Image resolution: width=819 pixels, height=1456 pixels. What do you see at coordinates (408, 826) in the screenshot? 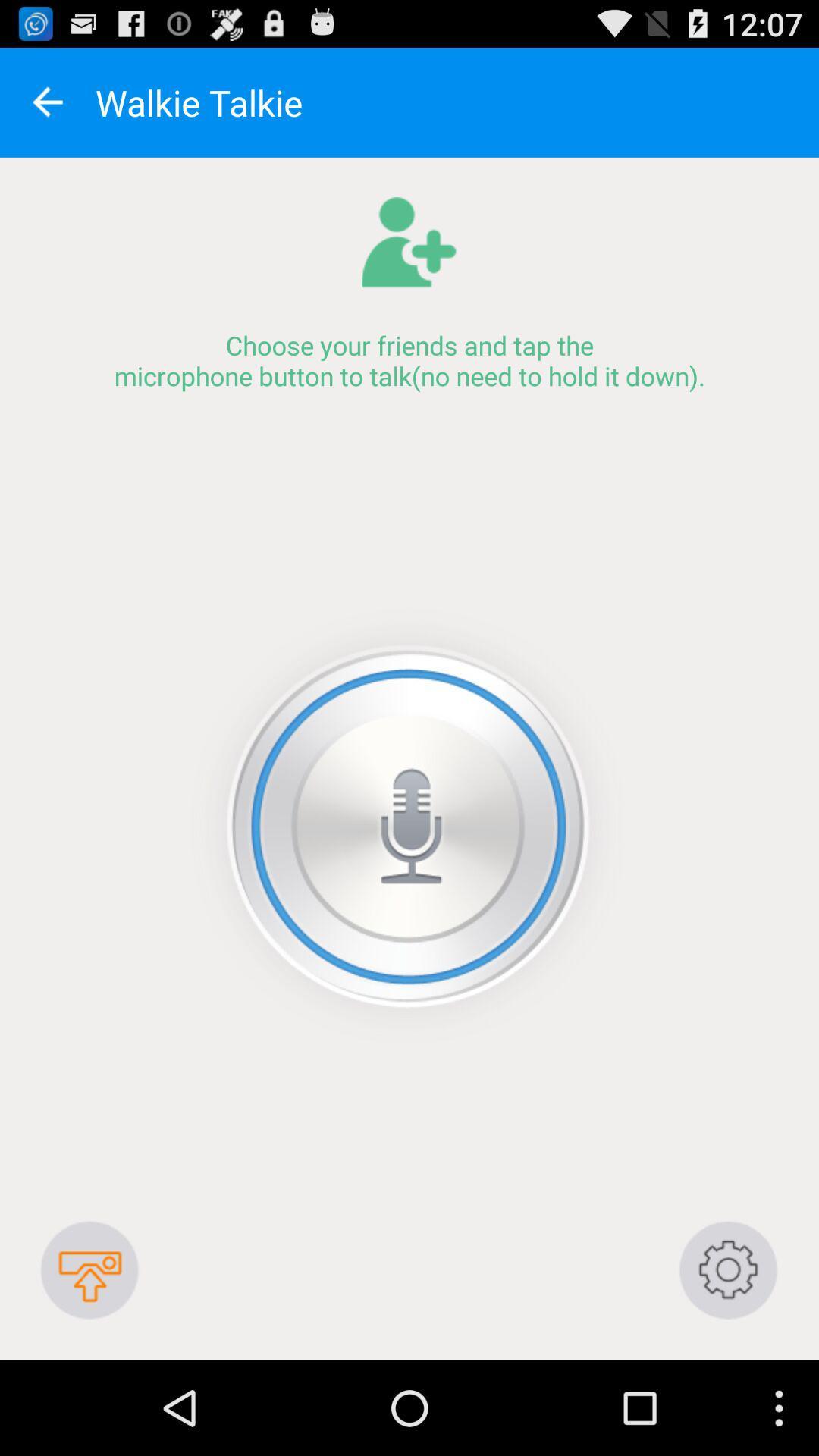
I see `start voice record` at bounding box center [408, 826].